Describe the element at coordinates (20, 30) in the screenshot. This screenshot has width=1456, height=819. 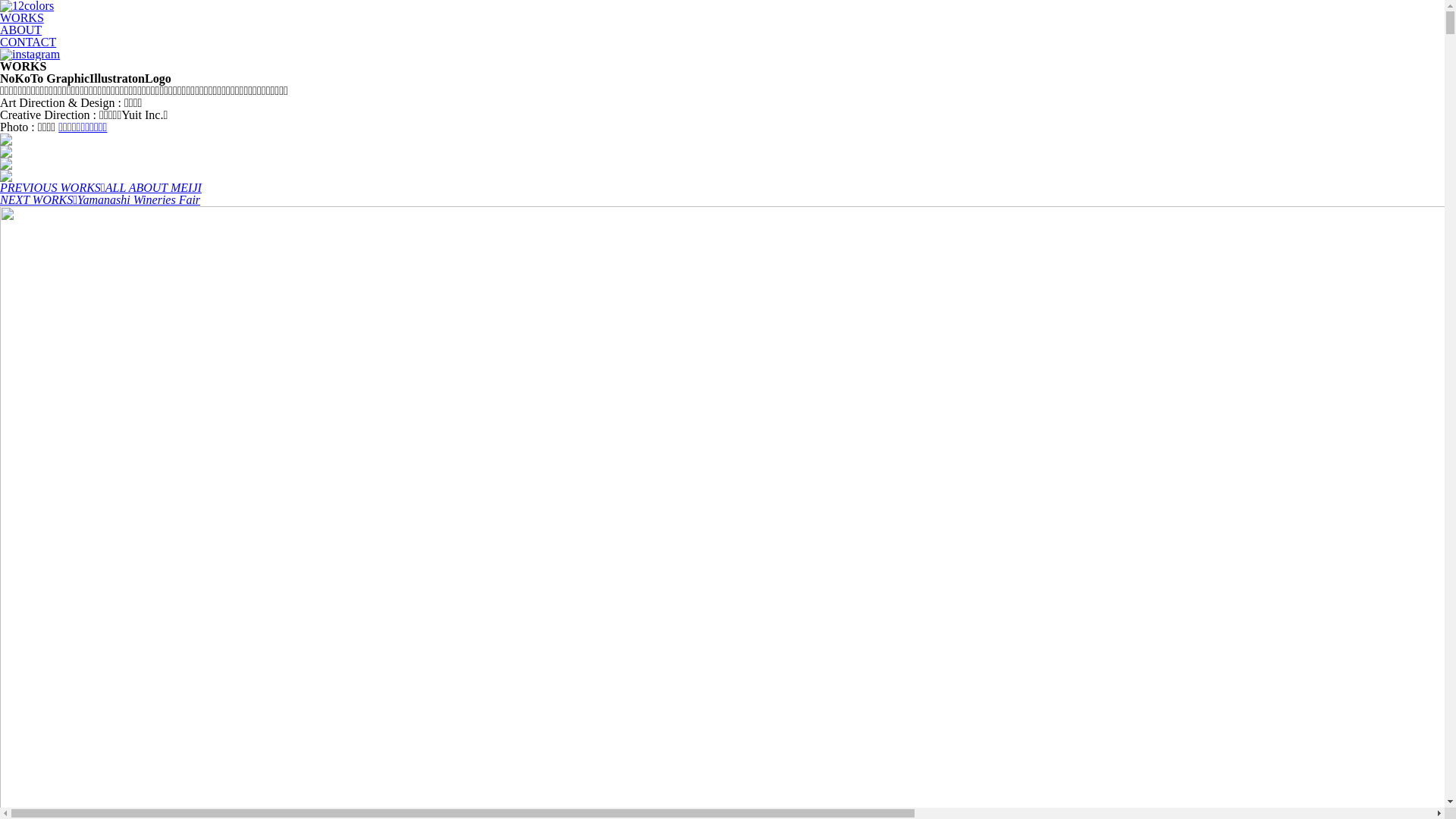
I see `'ABOUT'` at that location.